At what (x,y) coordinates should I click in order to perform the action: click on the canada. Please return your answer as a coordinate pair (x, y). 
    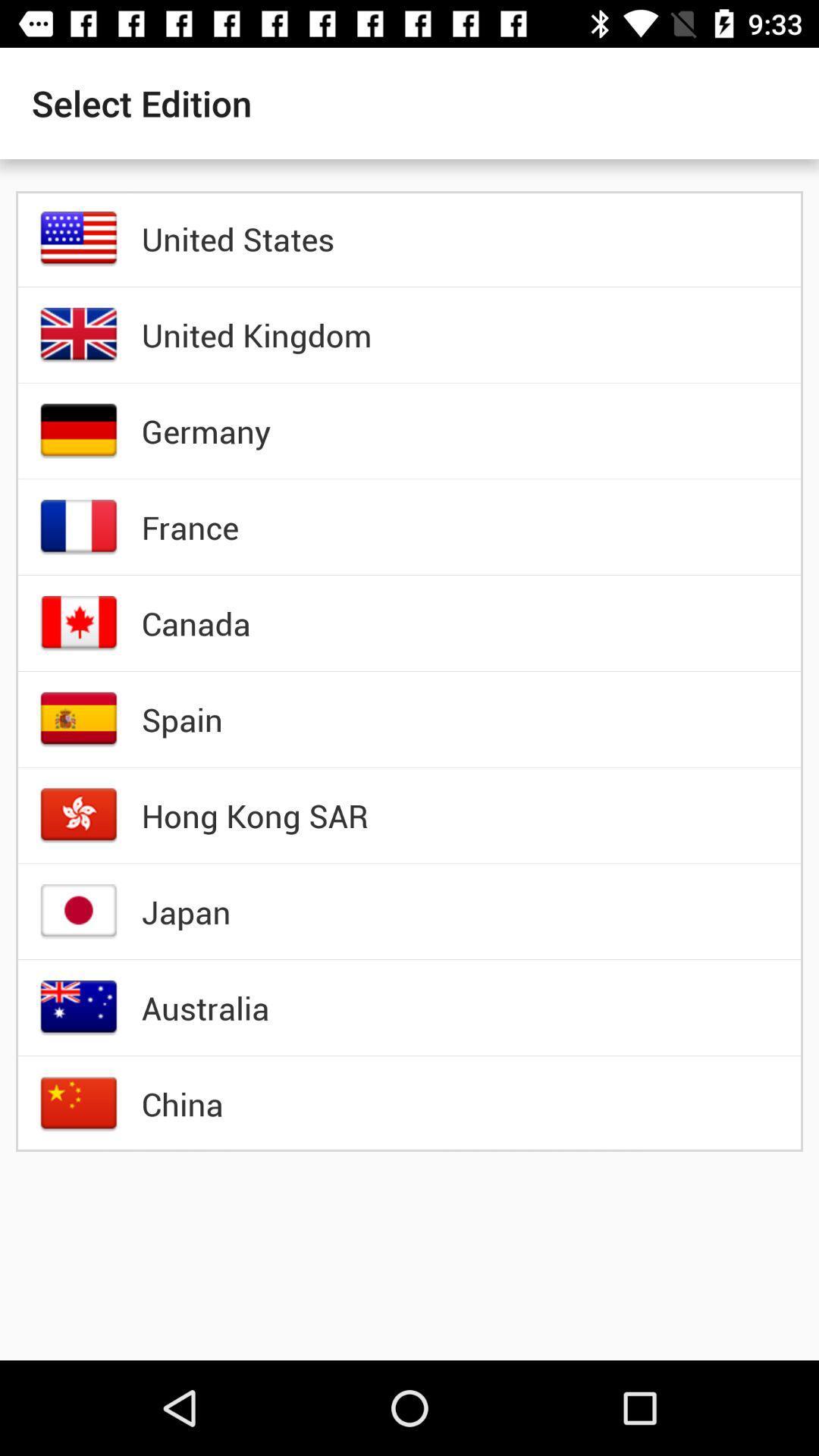
    Looking at the image, I should click on (195, 623).